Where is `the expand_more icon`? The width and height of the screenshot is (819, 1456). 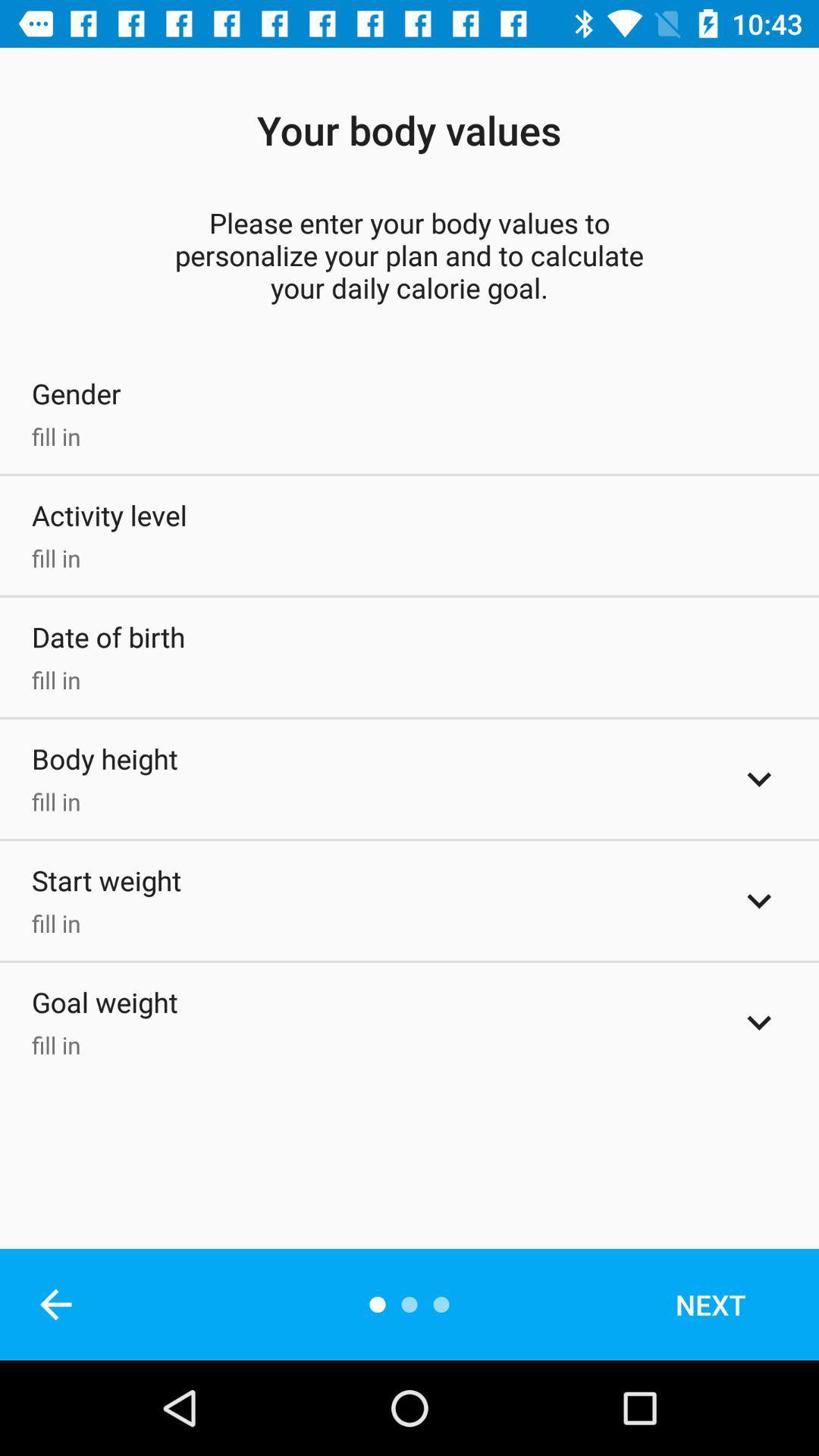
the expand_more icon is located at coordinates (759, 779).